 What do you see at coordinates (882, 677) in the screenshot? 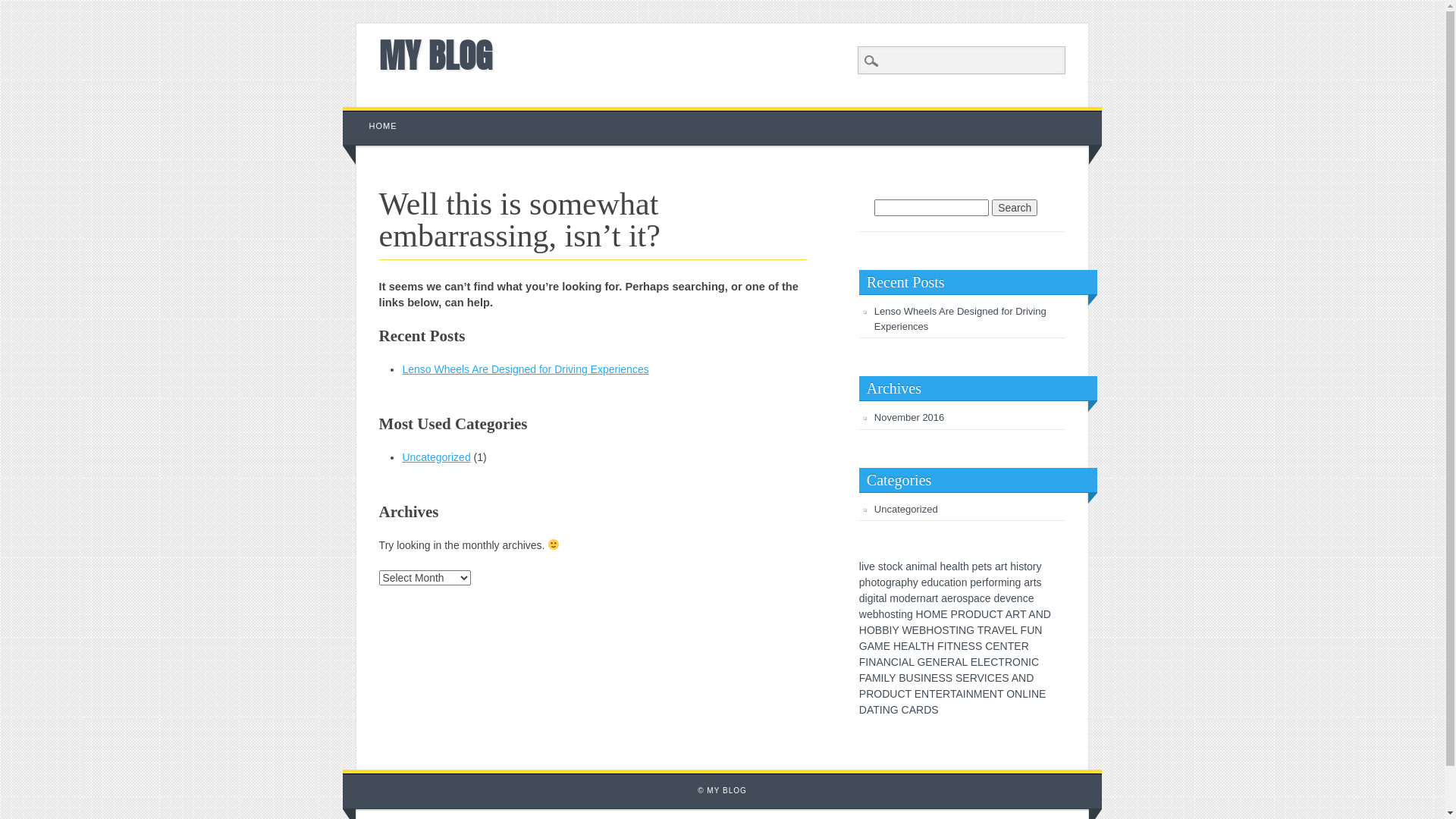
I see `'I'` at bounding box center [882, 677].